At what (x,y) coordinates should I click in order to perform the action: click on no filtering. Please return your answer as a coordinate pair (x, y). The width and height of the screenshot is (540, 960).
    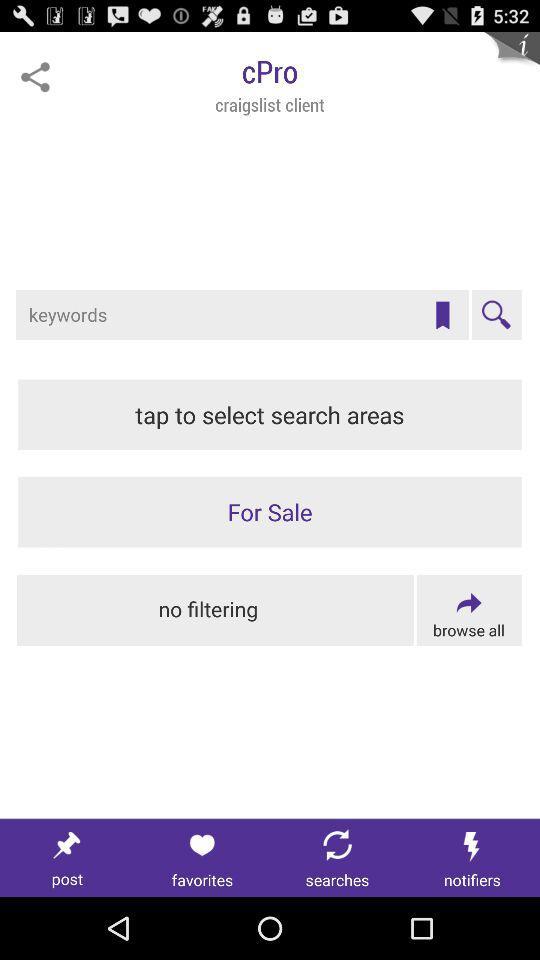
    Looking at the image, I should click on (214, 609).